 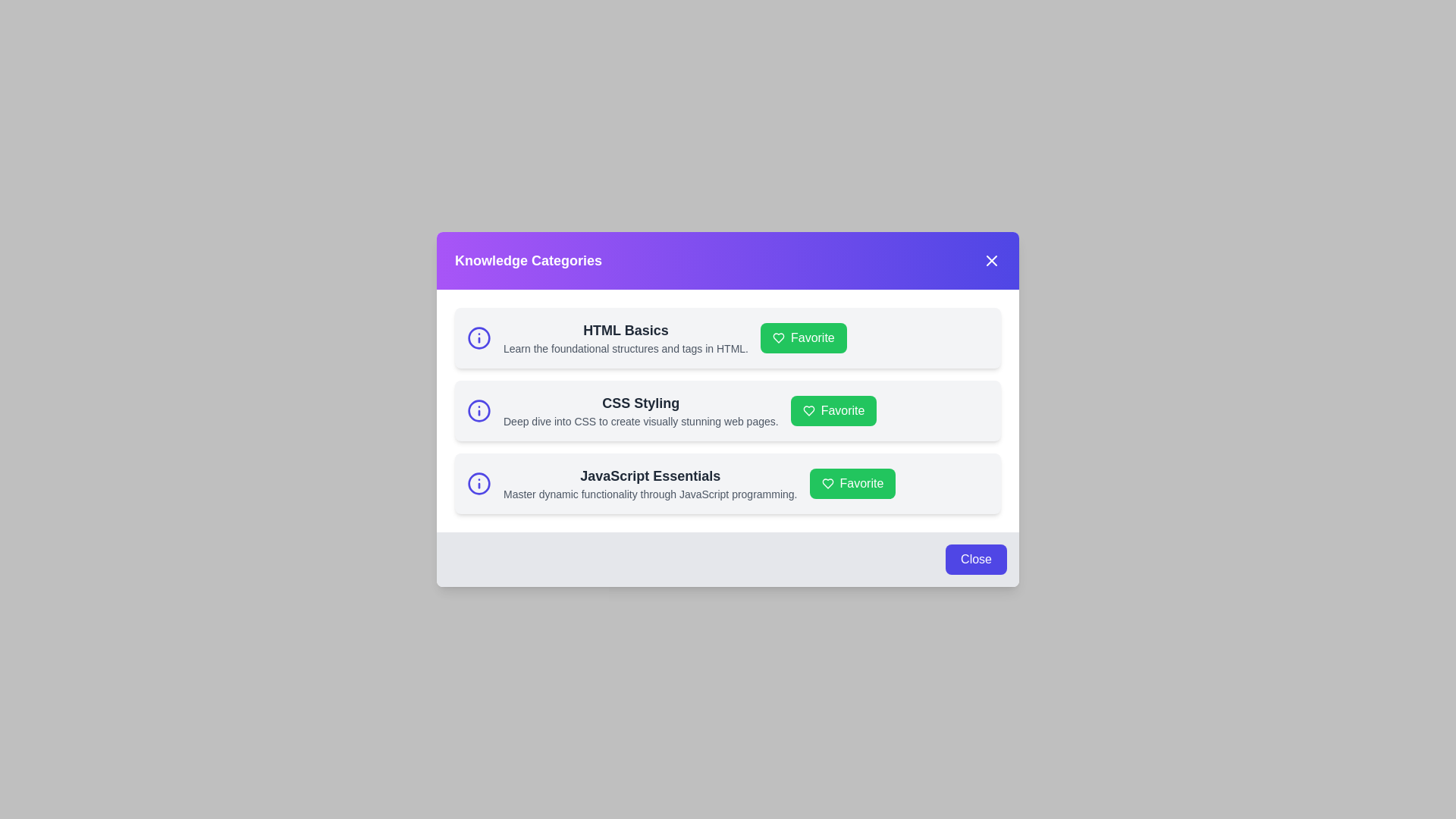 I want to click on the Informational icon (SVG graphic) styled with a blue color, positioned to the left of the 'JavaScript Essentials' text, to gather related context, so click(x=479, y=483).